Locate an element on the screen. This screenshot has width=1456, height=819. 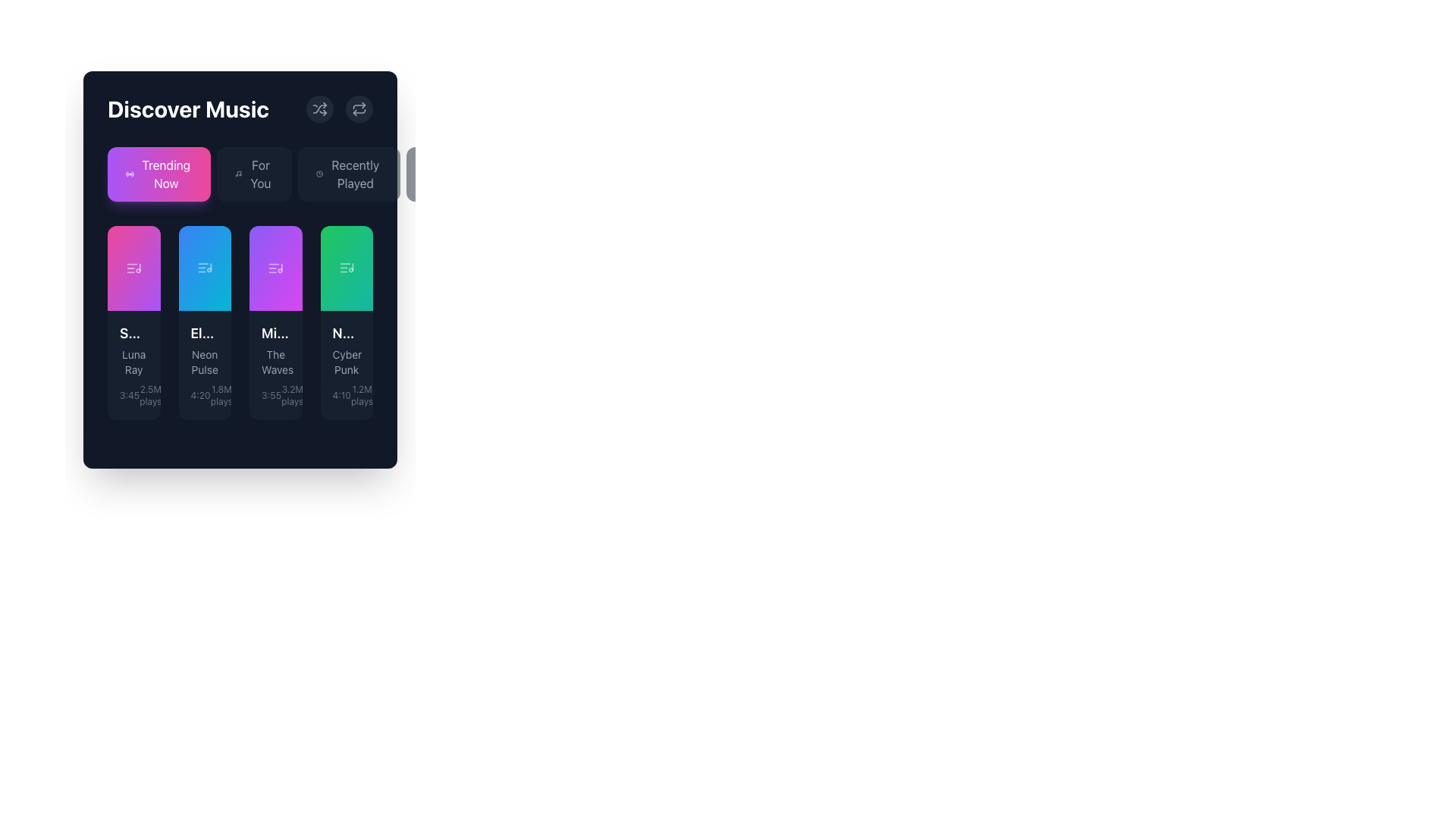
the triangular play button icon within the first card of the 'Discover Music' section is located at coordinates (133, 268).